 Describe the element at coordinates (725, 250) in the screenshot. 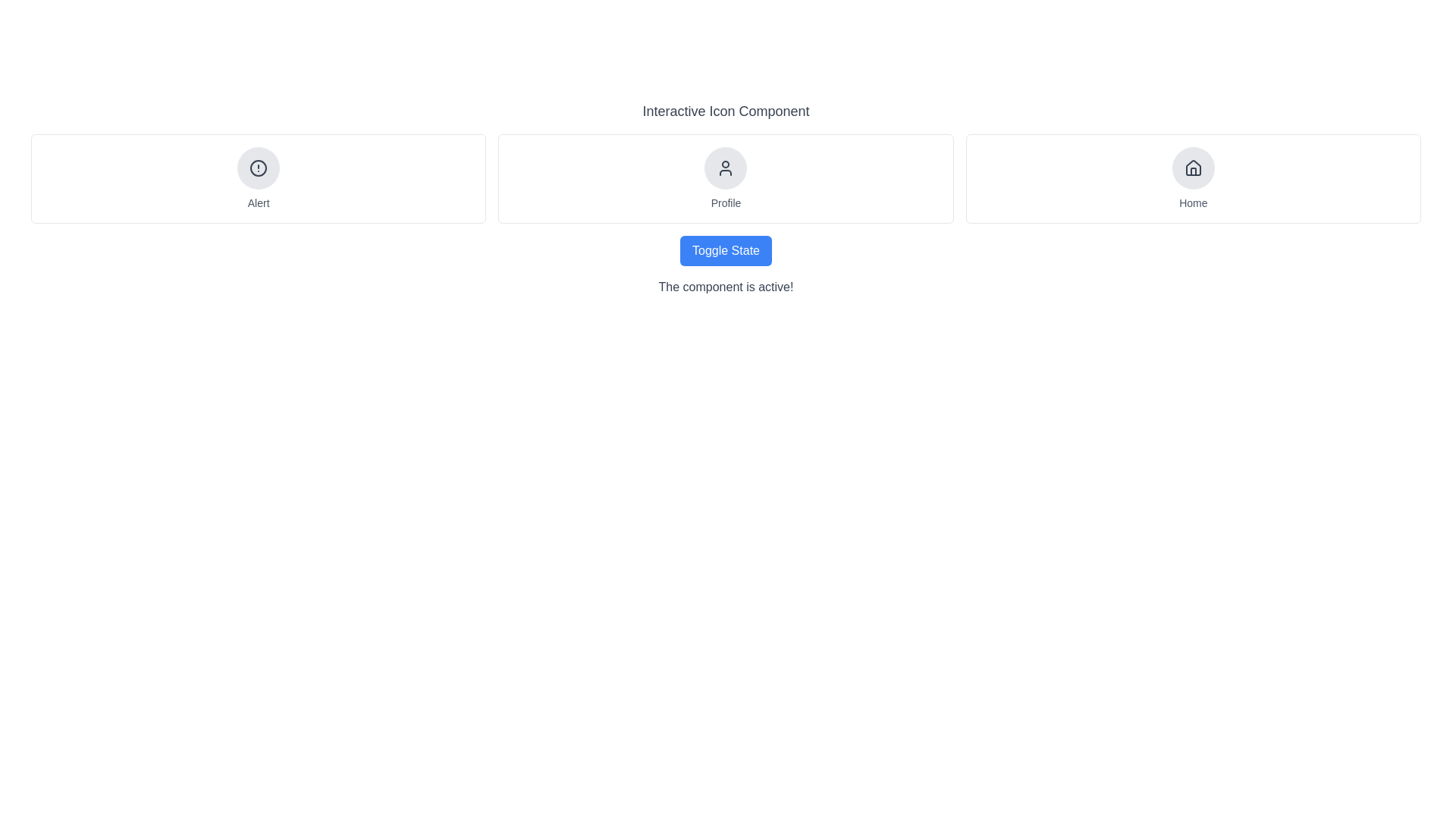

I see `the 'Toggle State' button, which is a rectangular button with a blue background and white text` at that location.